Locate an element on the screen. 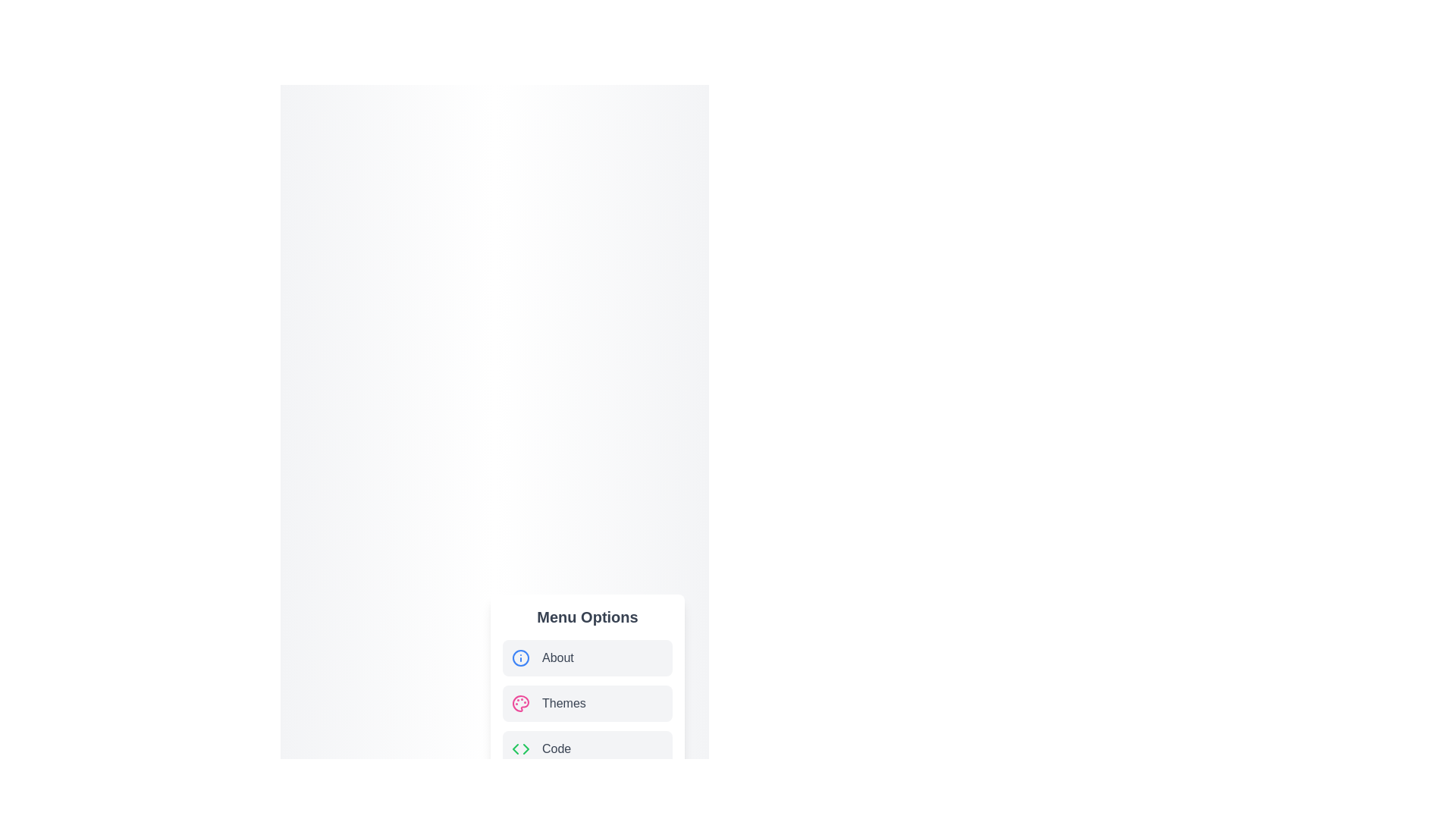  the 'Menu Options' text label, which is styled in bold and large font, positioned above the interactive menu items is located at coordinates (586, 617).